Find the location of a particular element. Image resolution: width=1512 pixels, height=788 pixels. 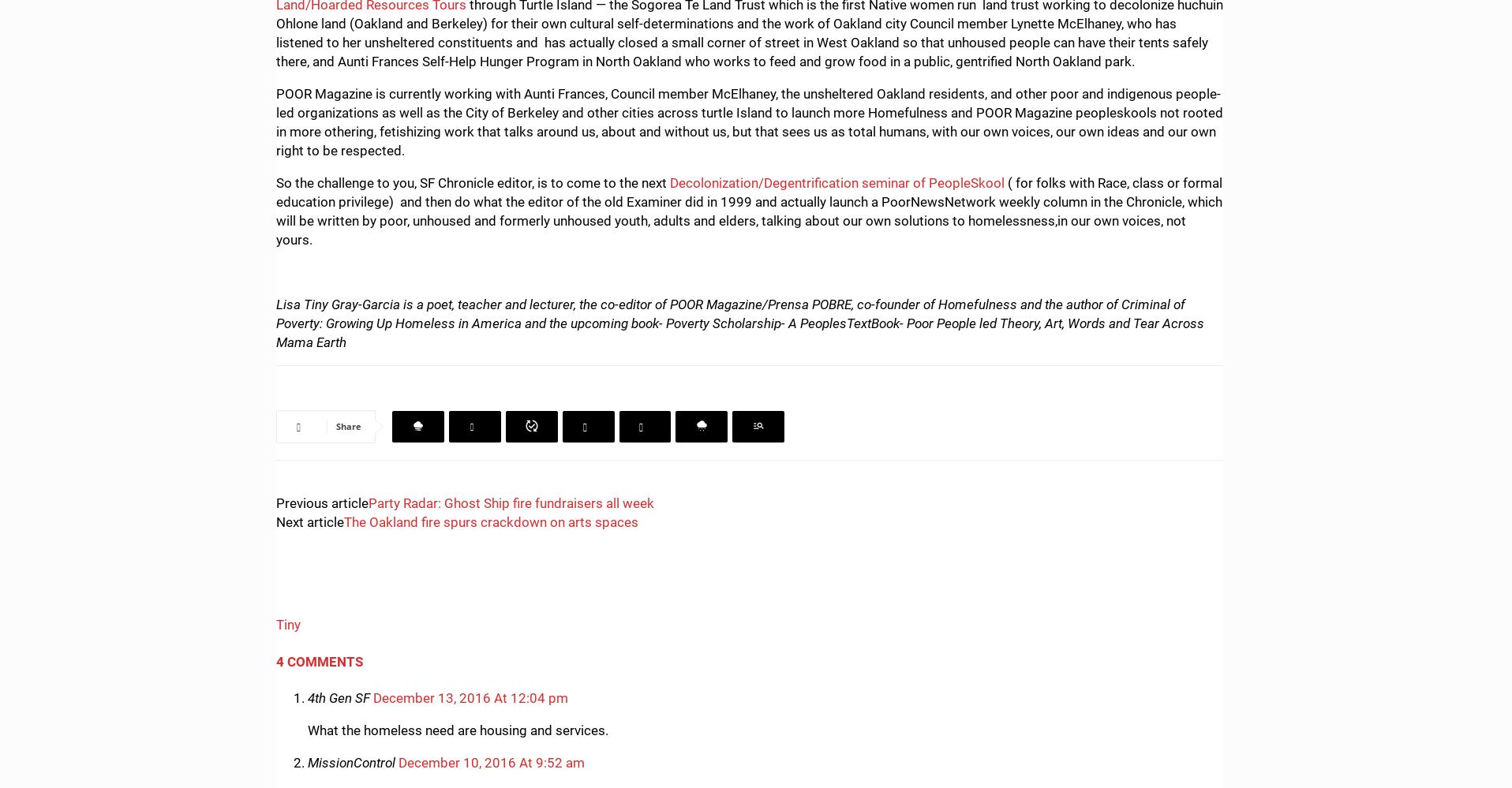

'What the homeless need are housing and services.' is located at coordinates (458, 730).